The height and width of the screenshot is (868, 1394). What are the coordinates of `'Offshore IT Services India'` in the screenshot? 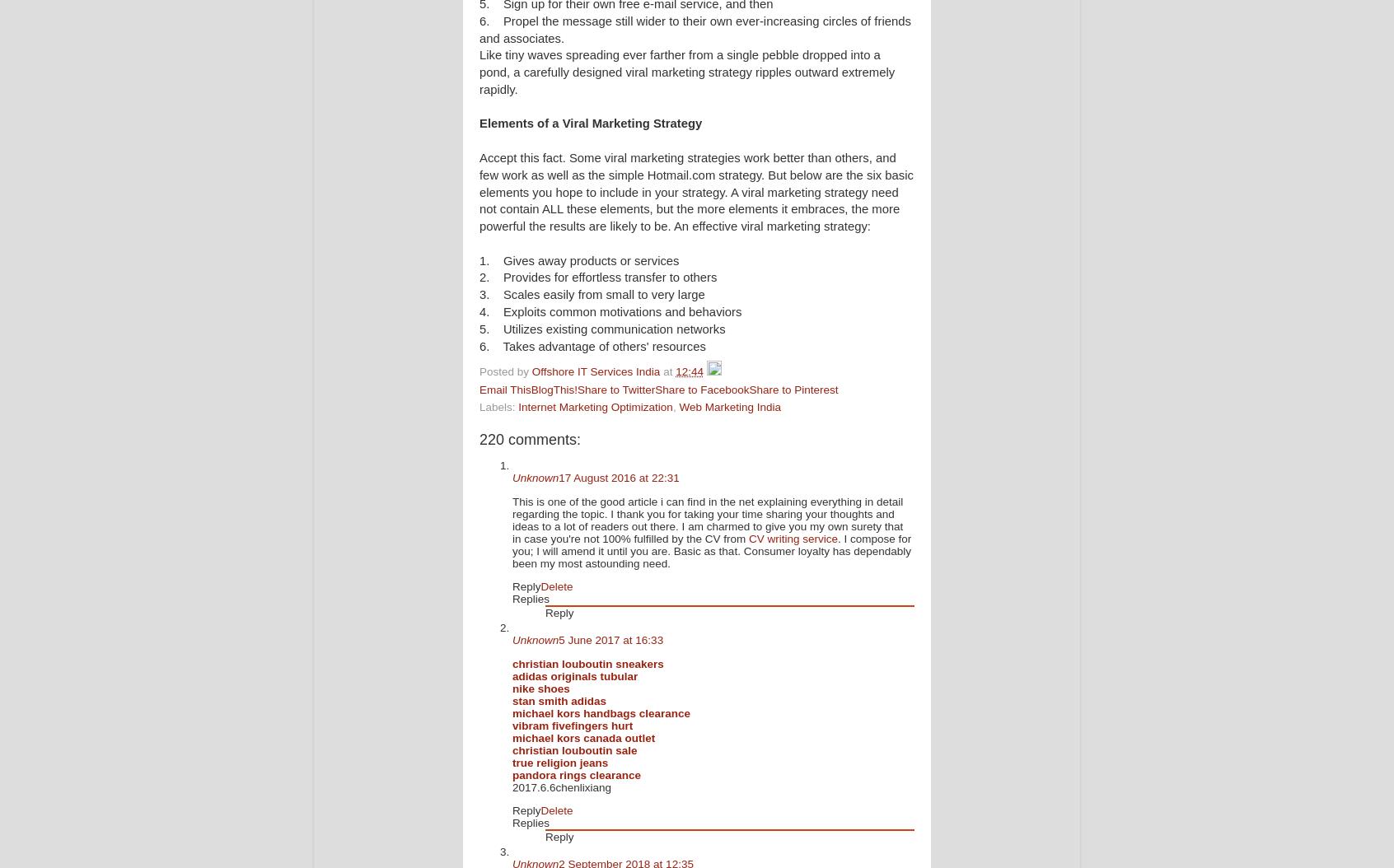 It's located at (531, 371).